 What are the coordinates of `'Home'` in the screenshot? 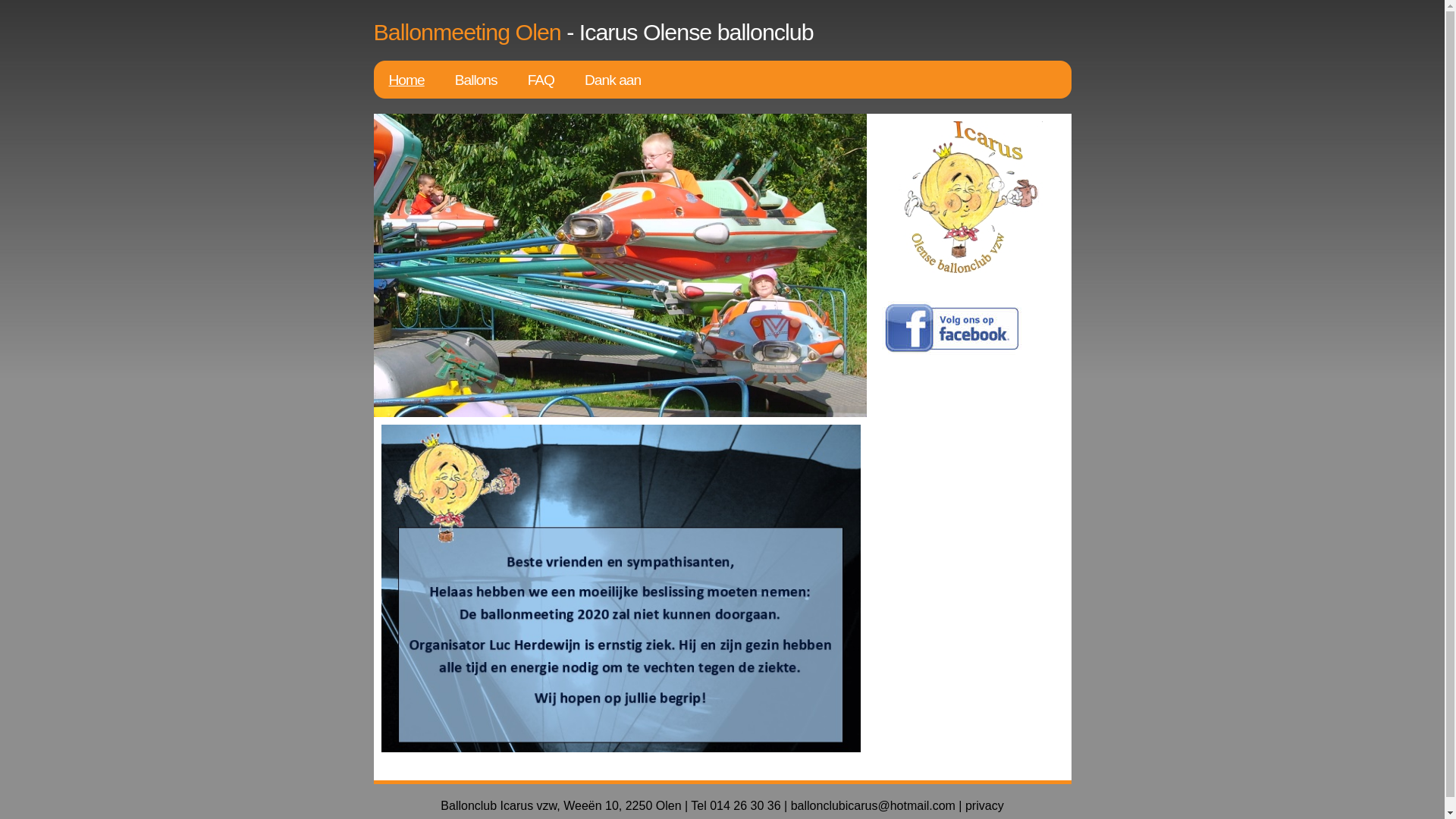 It's located at (406, 79).